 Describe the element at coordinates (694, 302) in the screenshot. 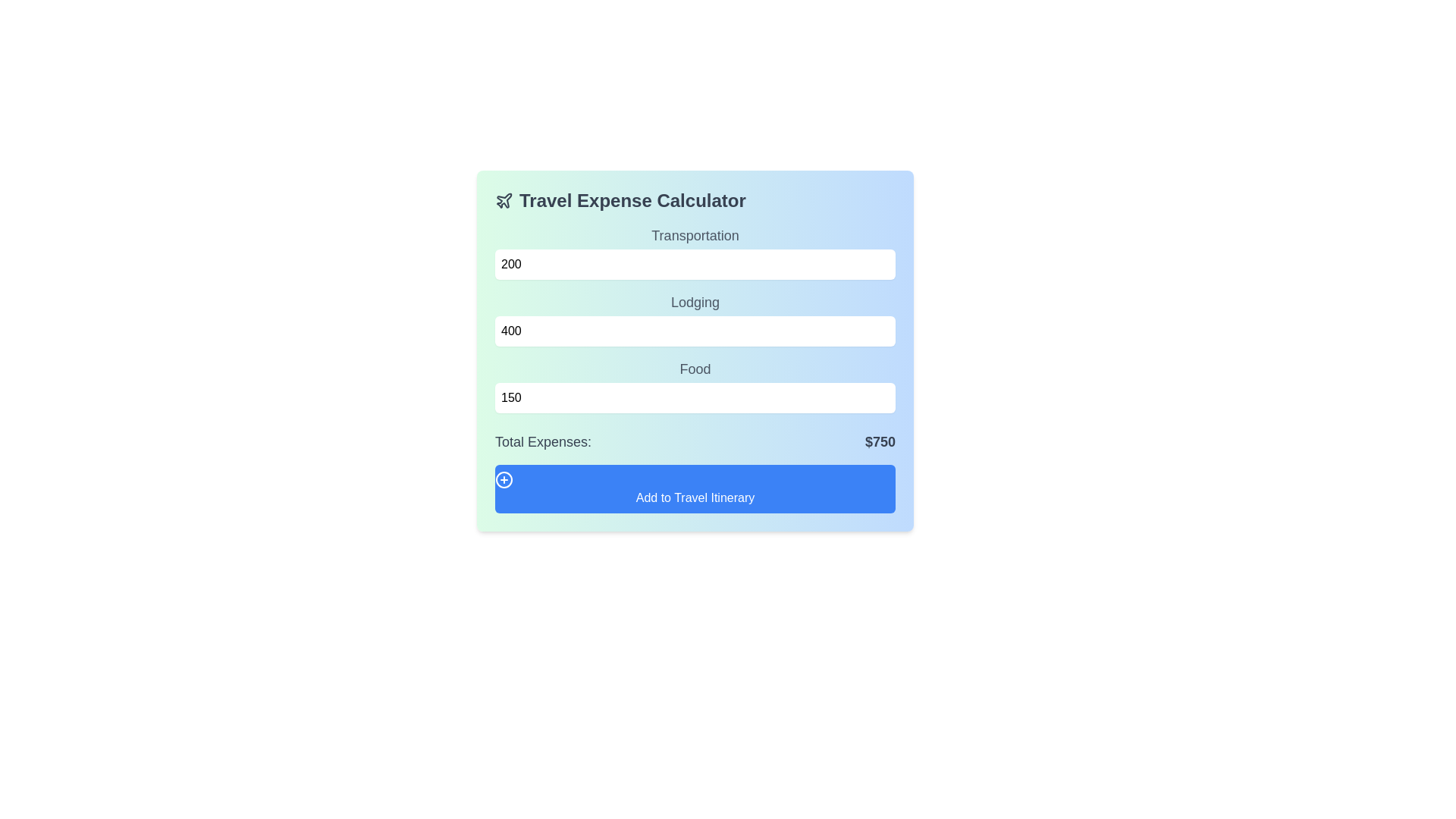

I see `the descriptive text label that provides context to the adjacent input field, positioned directly above a number input field with a value of '400'` at that location.